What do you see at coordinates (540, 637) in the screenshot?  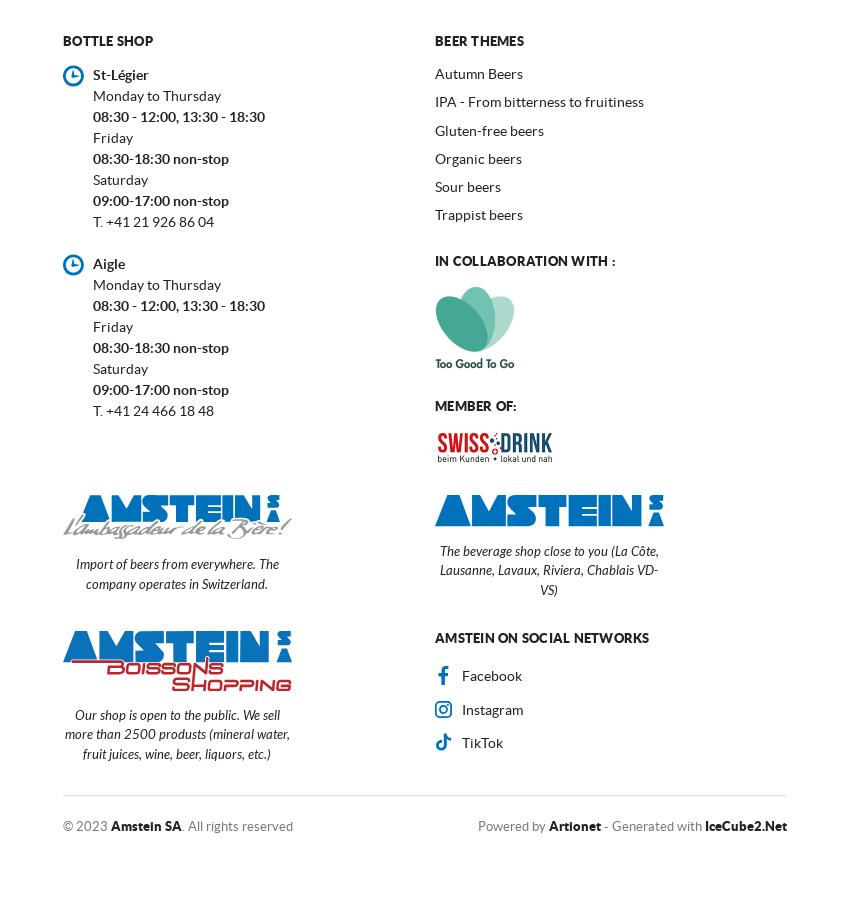 I see `'Amstein on social networks'` at bounding box center [540, 637].